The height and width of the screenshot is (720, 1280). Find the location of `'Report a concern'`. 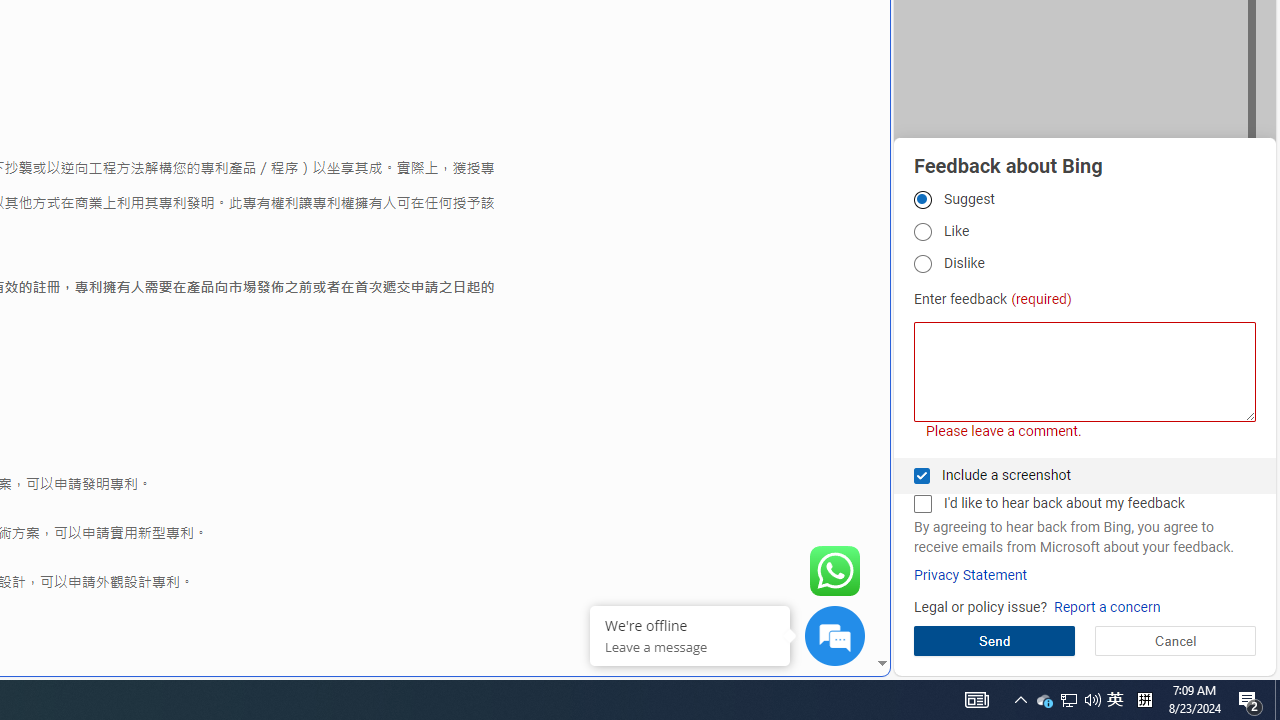

'Report a concern' is located at coordinates (1106, 606).